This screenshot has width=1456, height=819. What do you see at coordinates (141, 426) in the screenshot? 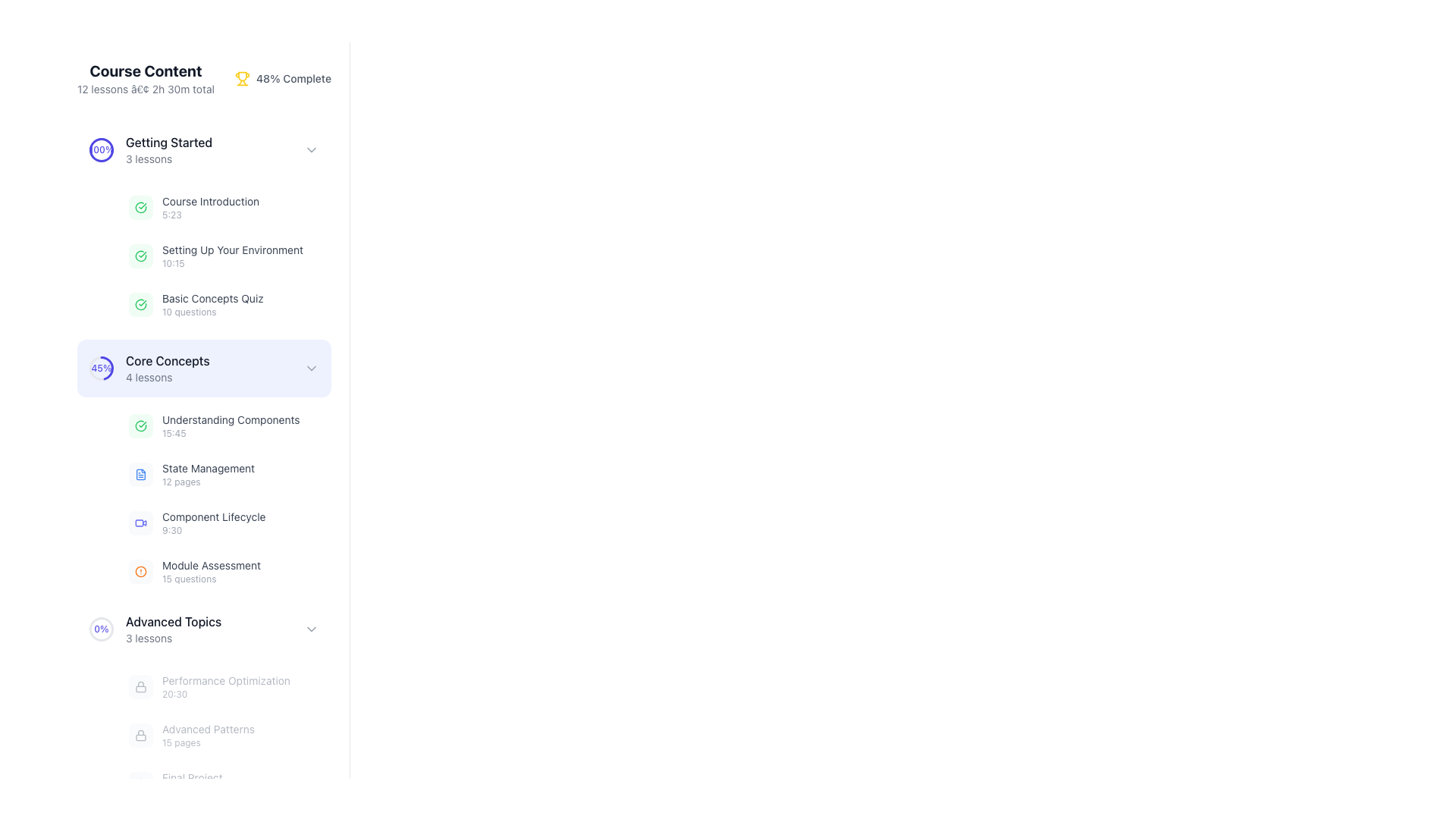
I see `the status indicator icon for the lesson item labeled 'Understanding Components' in the 'Core Concepts' section by moving the cursor to its position` at bounding box center [141, 426].